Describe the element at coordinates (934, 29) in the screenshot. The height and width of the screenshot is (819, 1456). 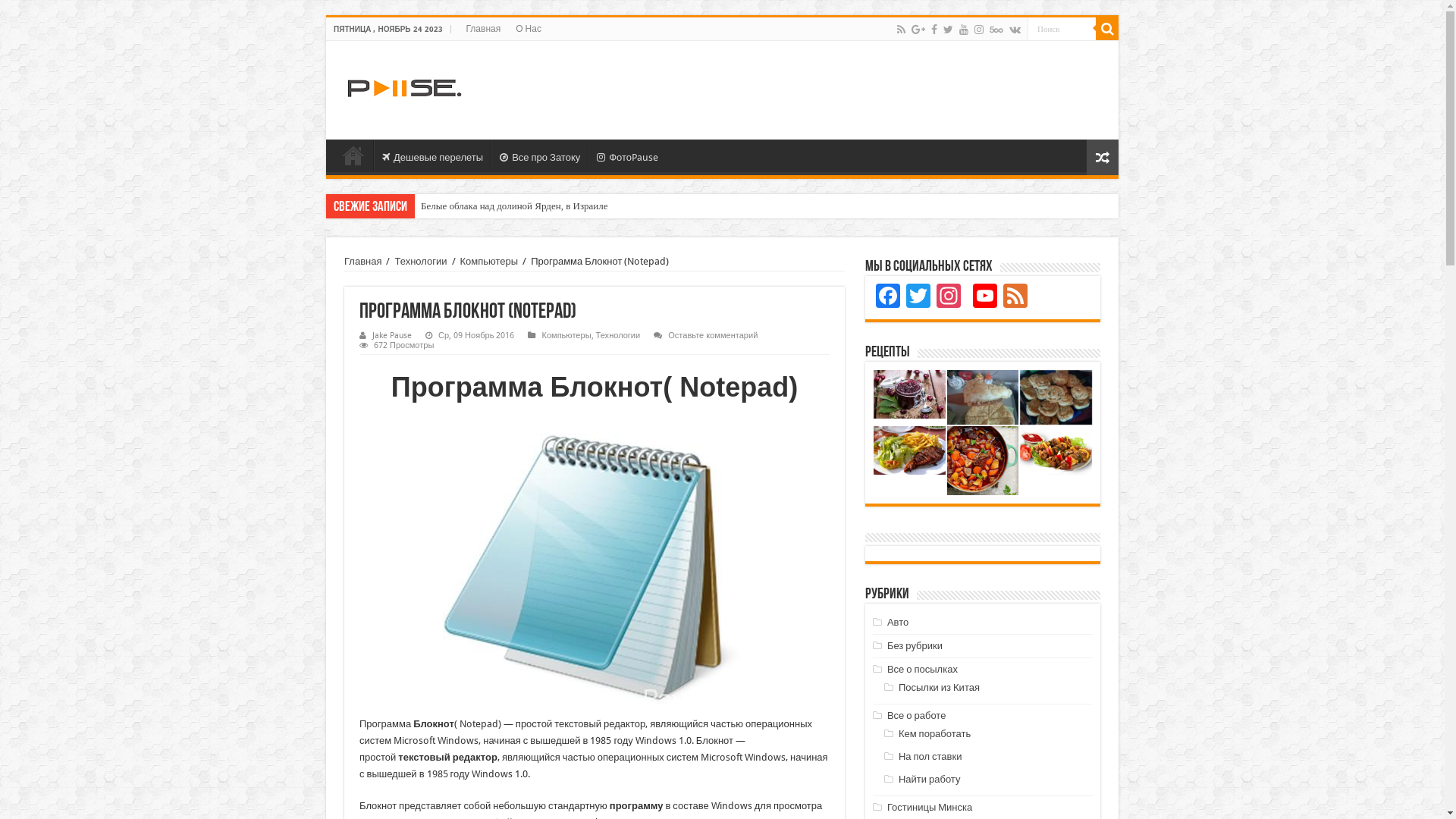
I see `'Facebook'` at that location.